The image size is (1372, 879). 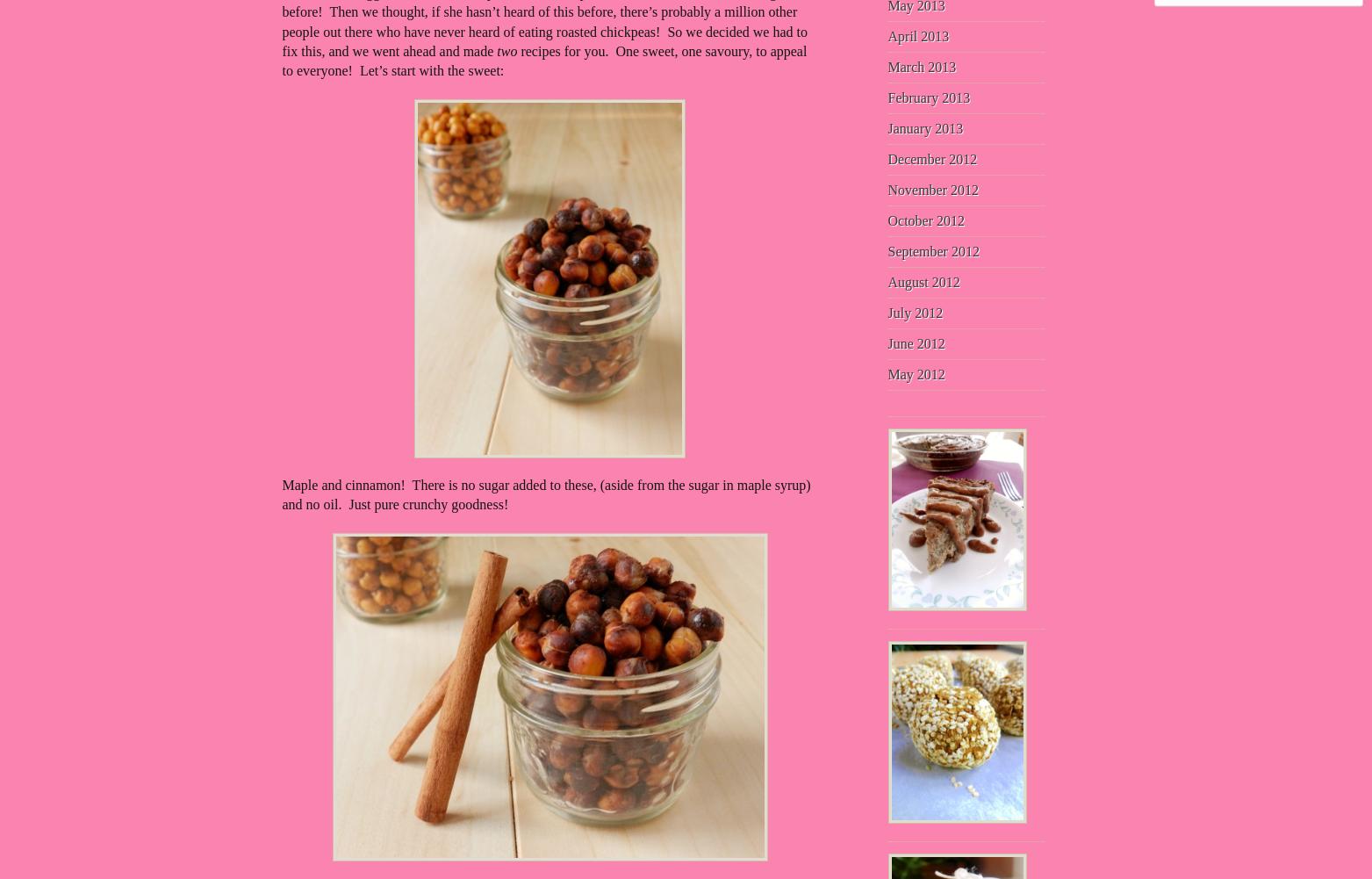 I want to click on 'February 2013', so click(x=928, y=96).